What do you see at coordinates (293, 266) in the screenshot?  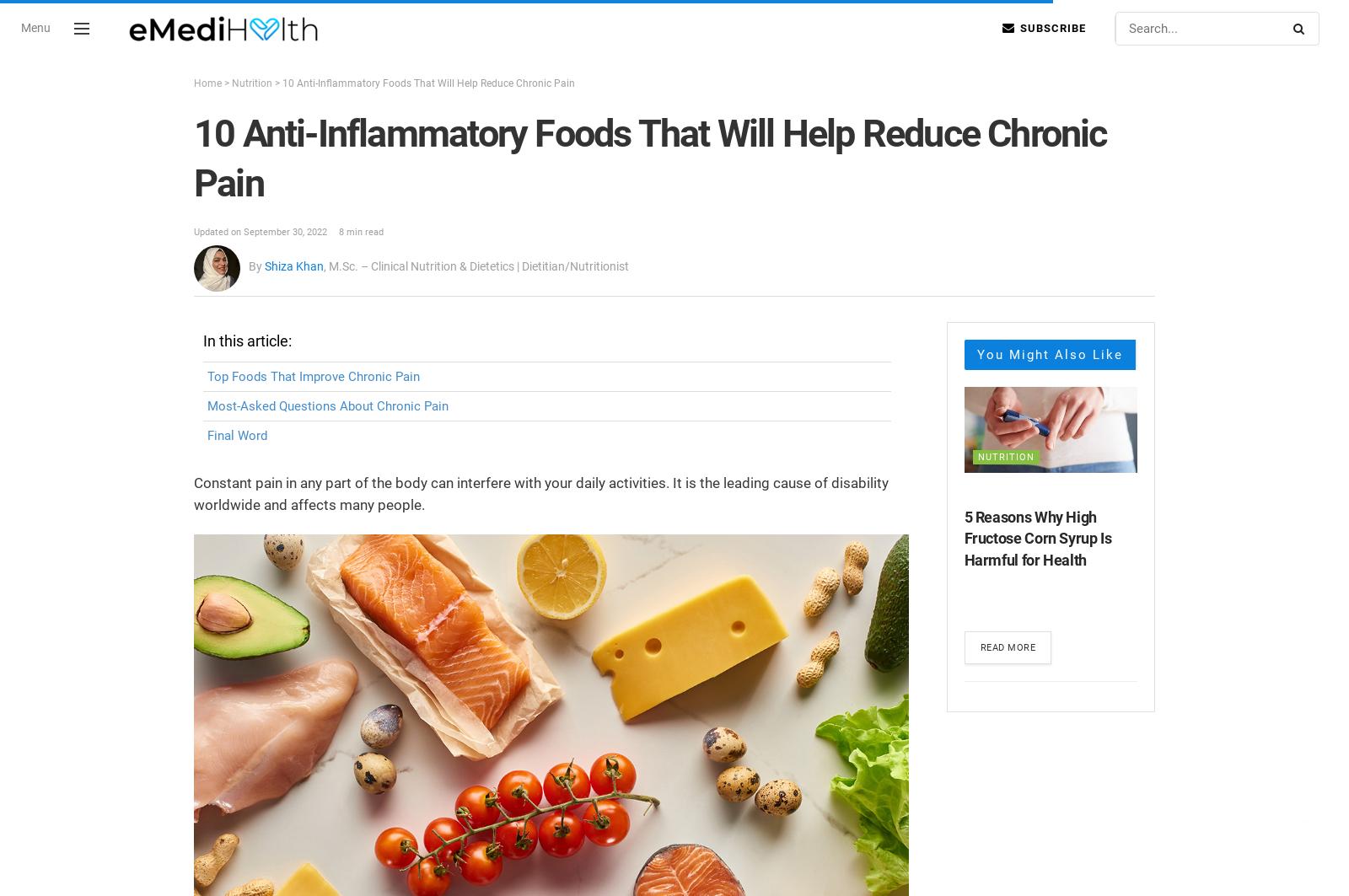 I see `'Shiza Khan'` at bounding box center [293, 266].